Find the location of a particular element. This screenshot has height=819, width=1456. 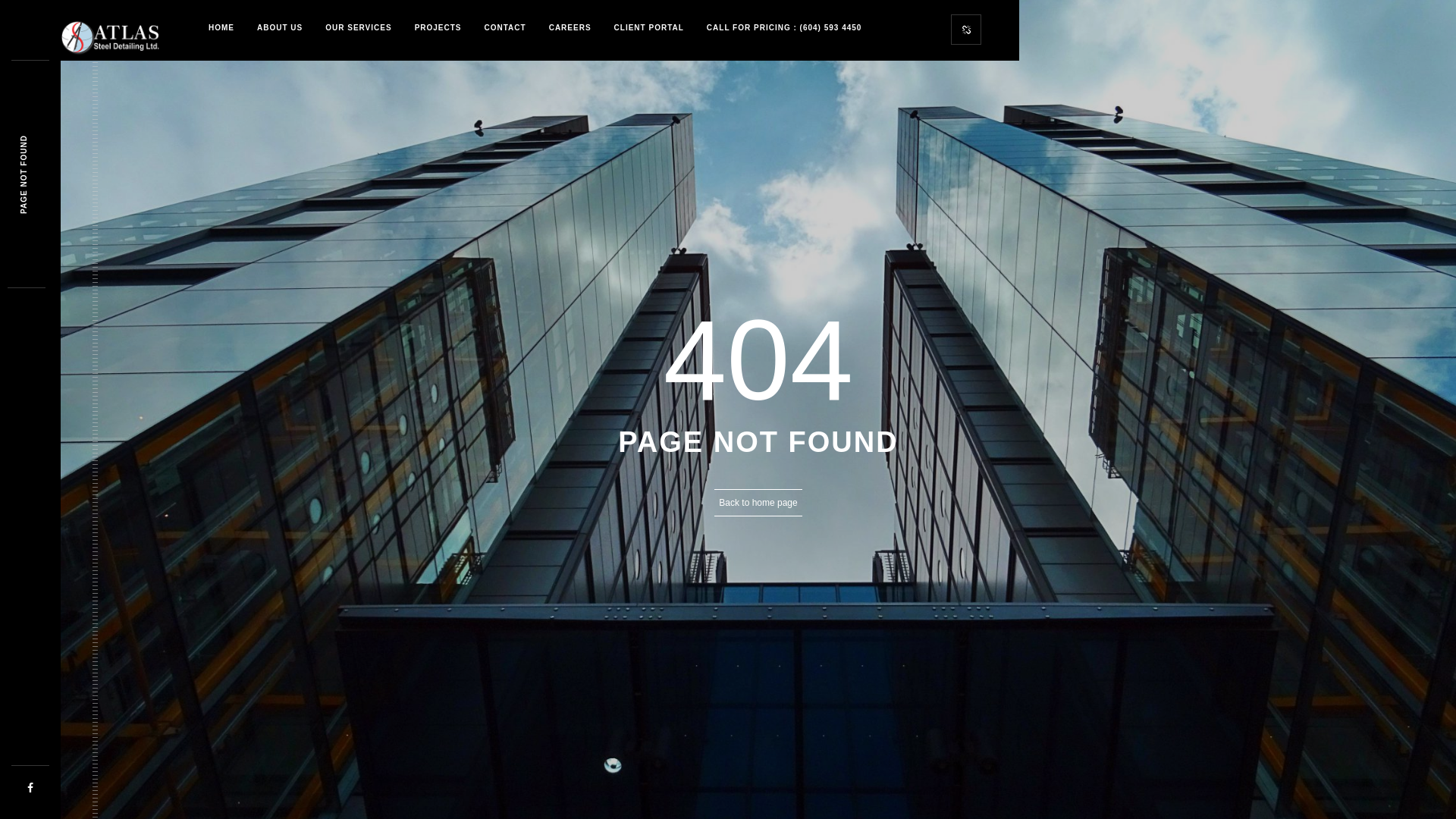

'ABOUT US' is located at coordinates (246, 28).